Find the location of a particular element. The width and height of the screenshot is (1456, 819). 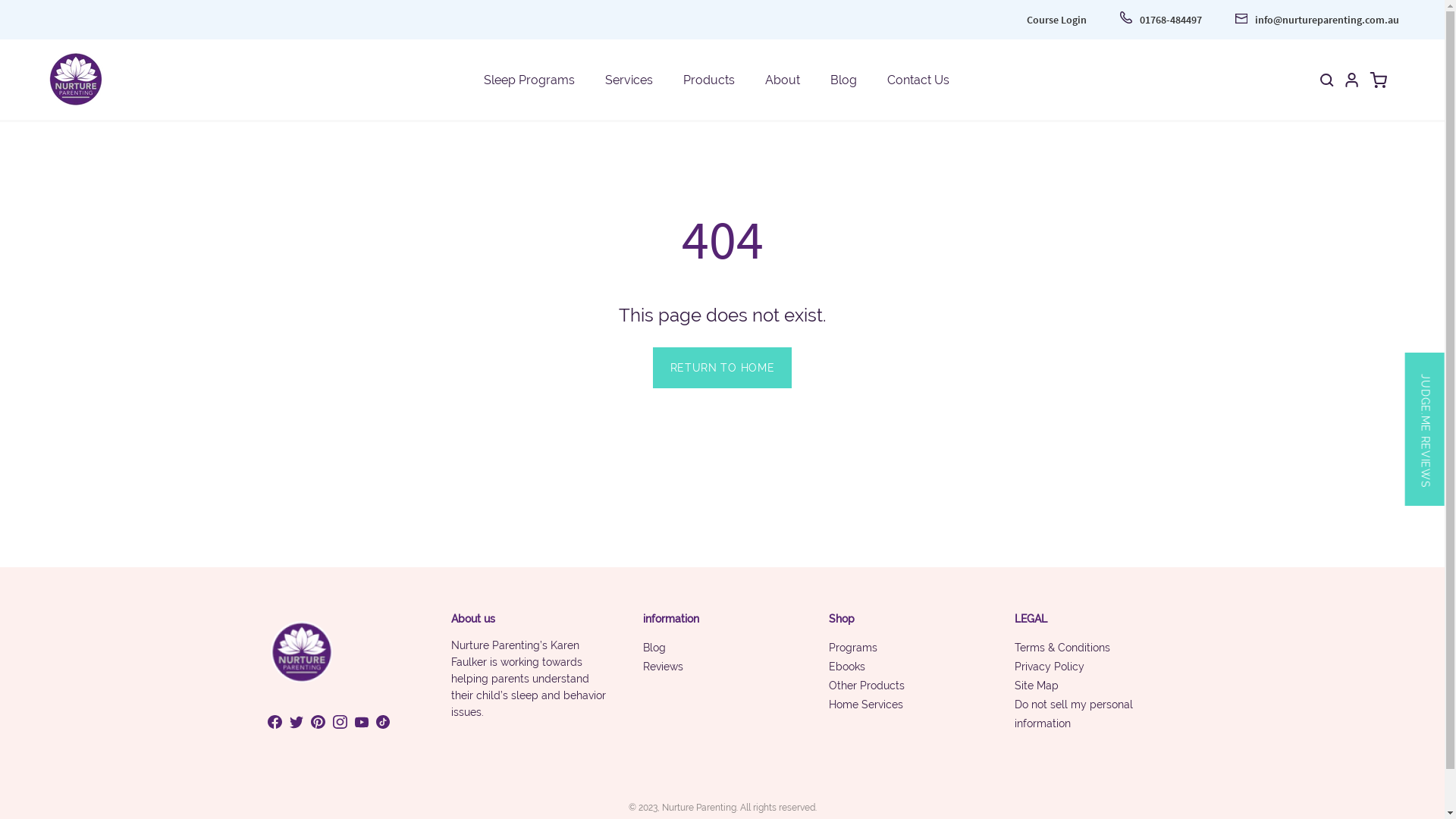

'My Account' is located at coordinates (1351, 79).